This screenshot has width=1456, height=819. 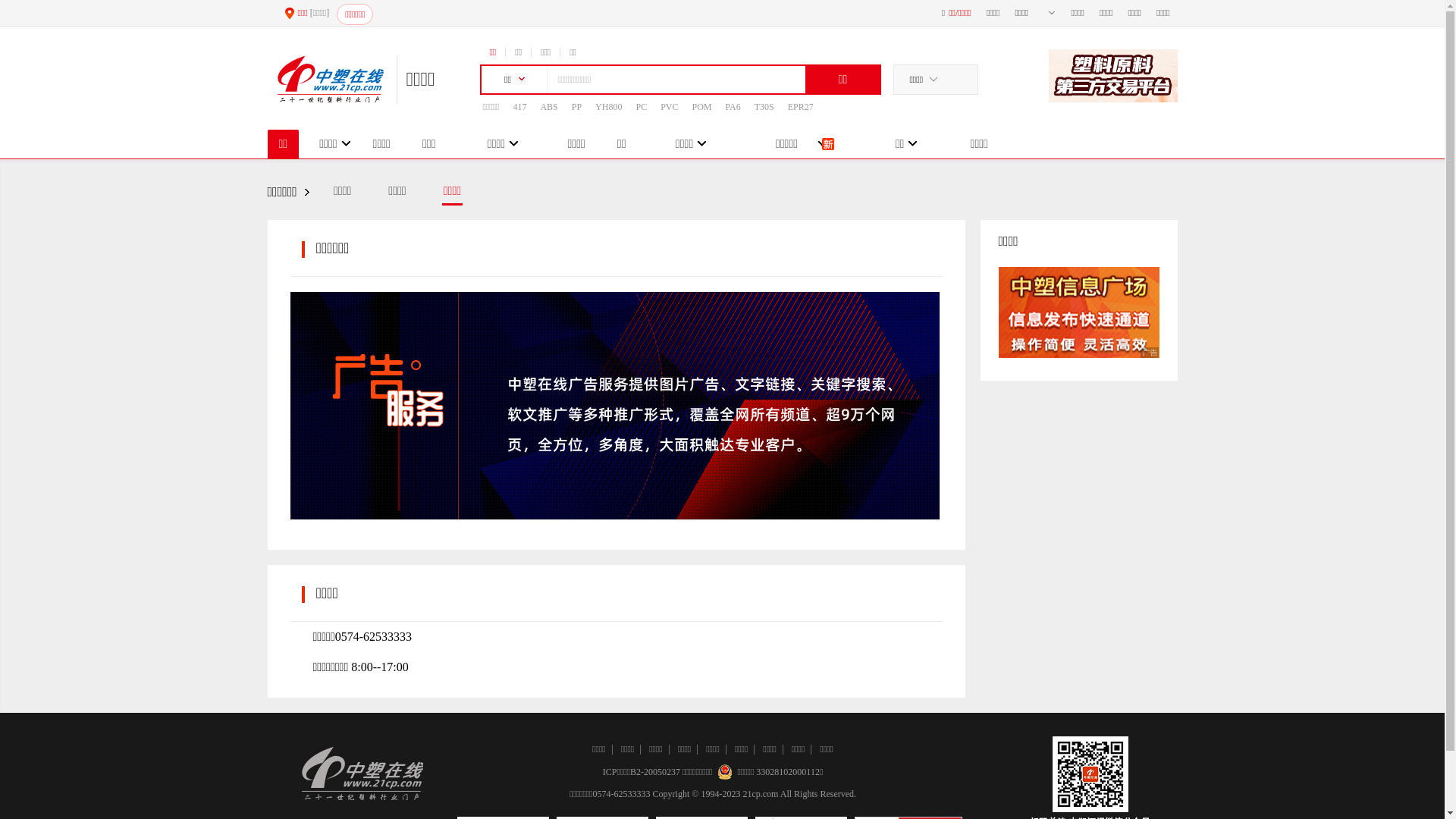 What do you see at coordinates (668, 106) in the screenshot?
I see `'PVC'` at bounding box center [668, 106].